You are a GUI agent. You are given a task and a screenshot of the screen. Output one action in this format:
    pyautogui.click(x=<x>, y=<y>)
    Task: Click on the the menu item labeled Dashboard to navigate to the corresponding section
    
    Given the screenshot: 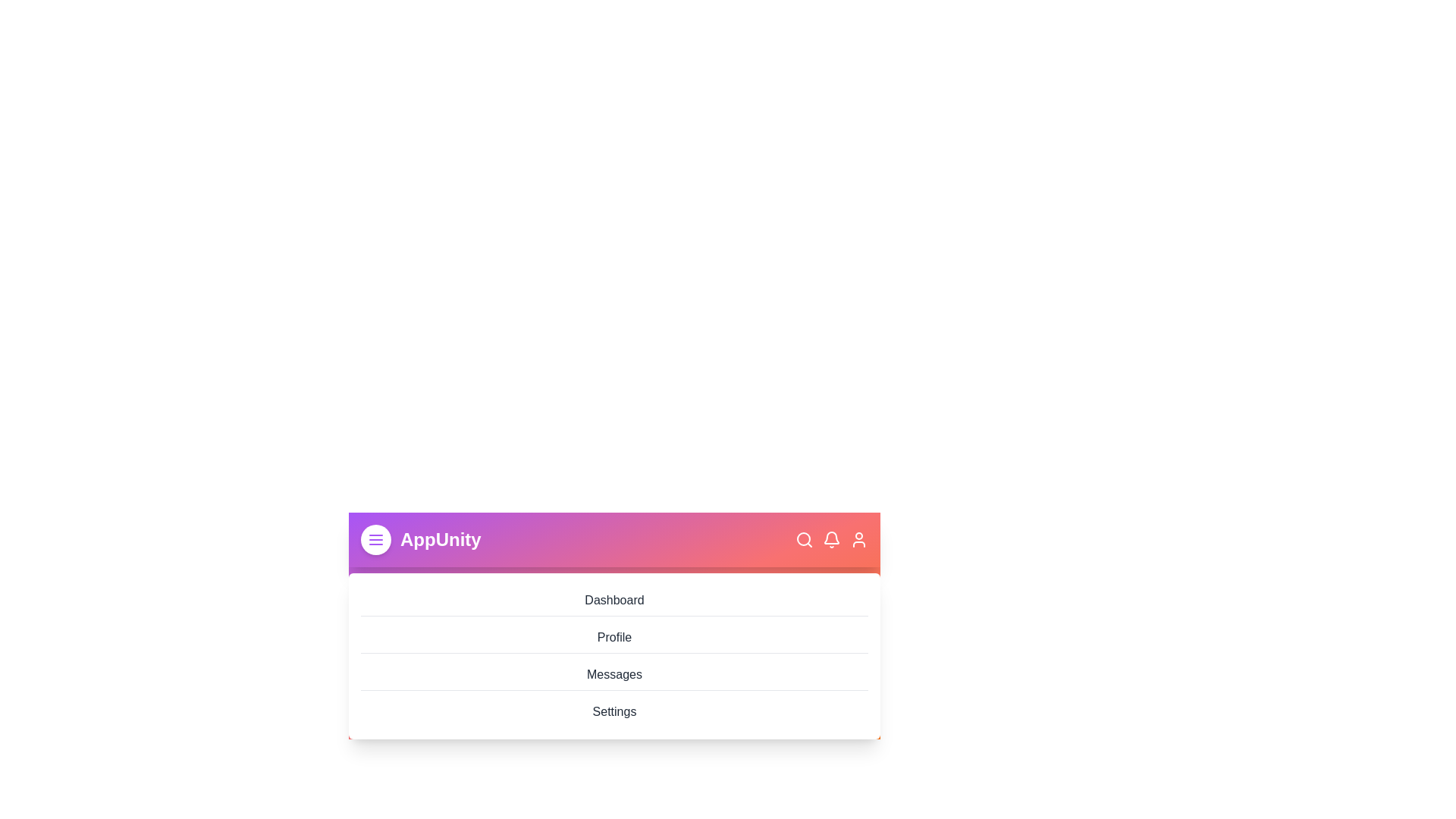 What is the action you would take?
    pyautogui.click(x=614, y=600)
    